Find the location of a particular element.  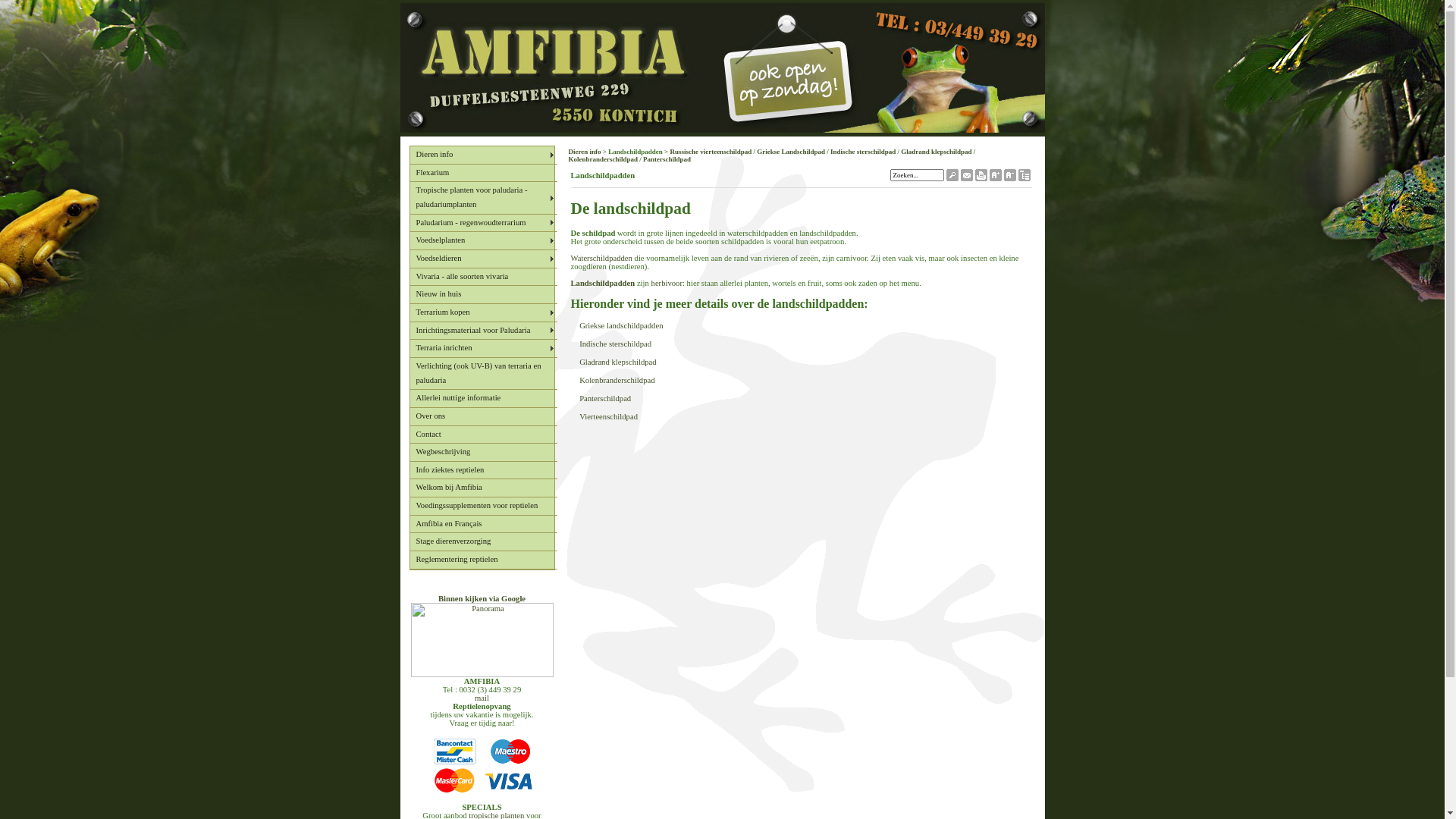

'Reglementering reptielen' is located at coordinates (482, 560).